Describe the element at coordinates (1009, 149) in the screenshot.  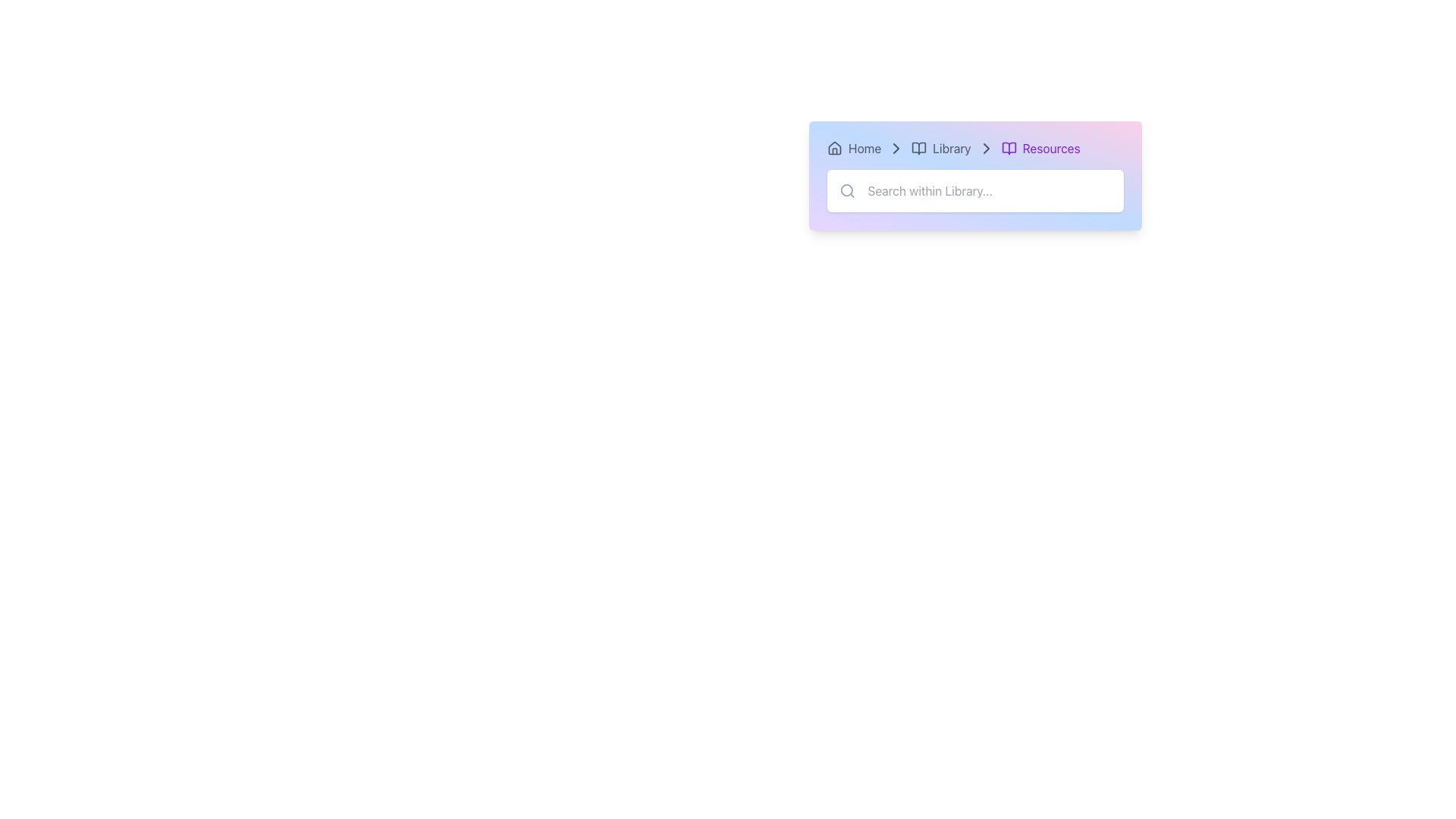
I see `the icon representing the 'Resources' link in the breadcrumb navigation section, which is located directly left of the 'Resources' text` at that location.